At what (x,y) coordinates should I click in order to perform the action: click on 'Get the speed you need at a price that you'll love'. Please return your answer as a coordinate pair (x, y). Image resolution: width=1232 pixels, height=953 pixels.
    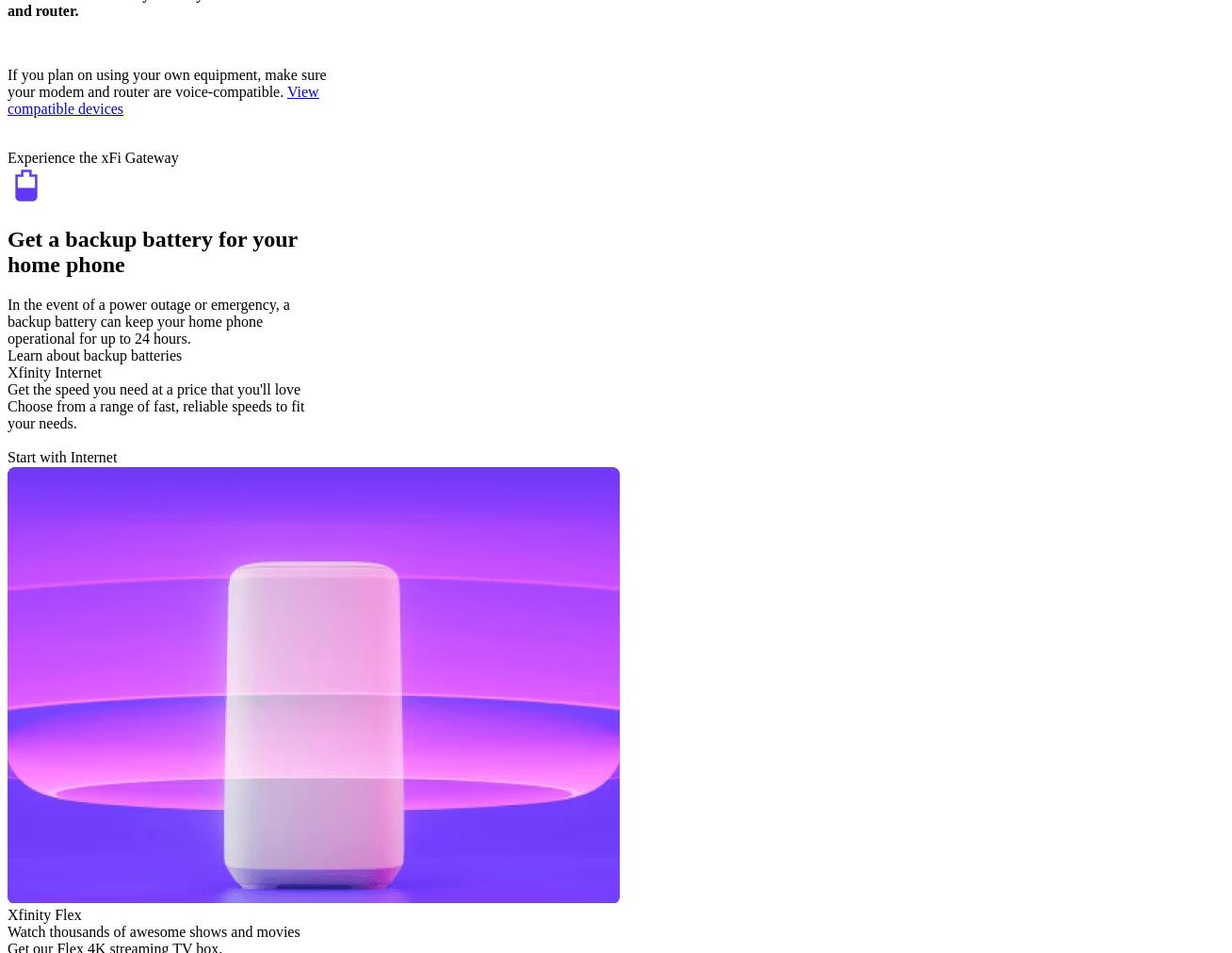
    Looking at the image, I should click on (153, 388).